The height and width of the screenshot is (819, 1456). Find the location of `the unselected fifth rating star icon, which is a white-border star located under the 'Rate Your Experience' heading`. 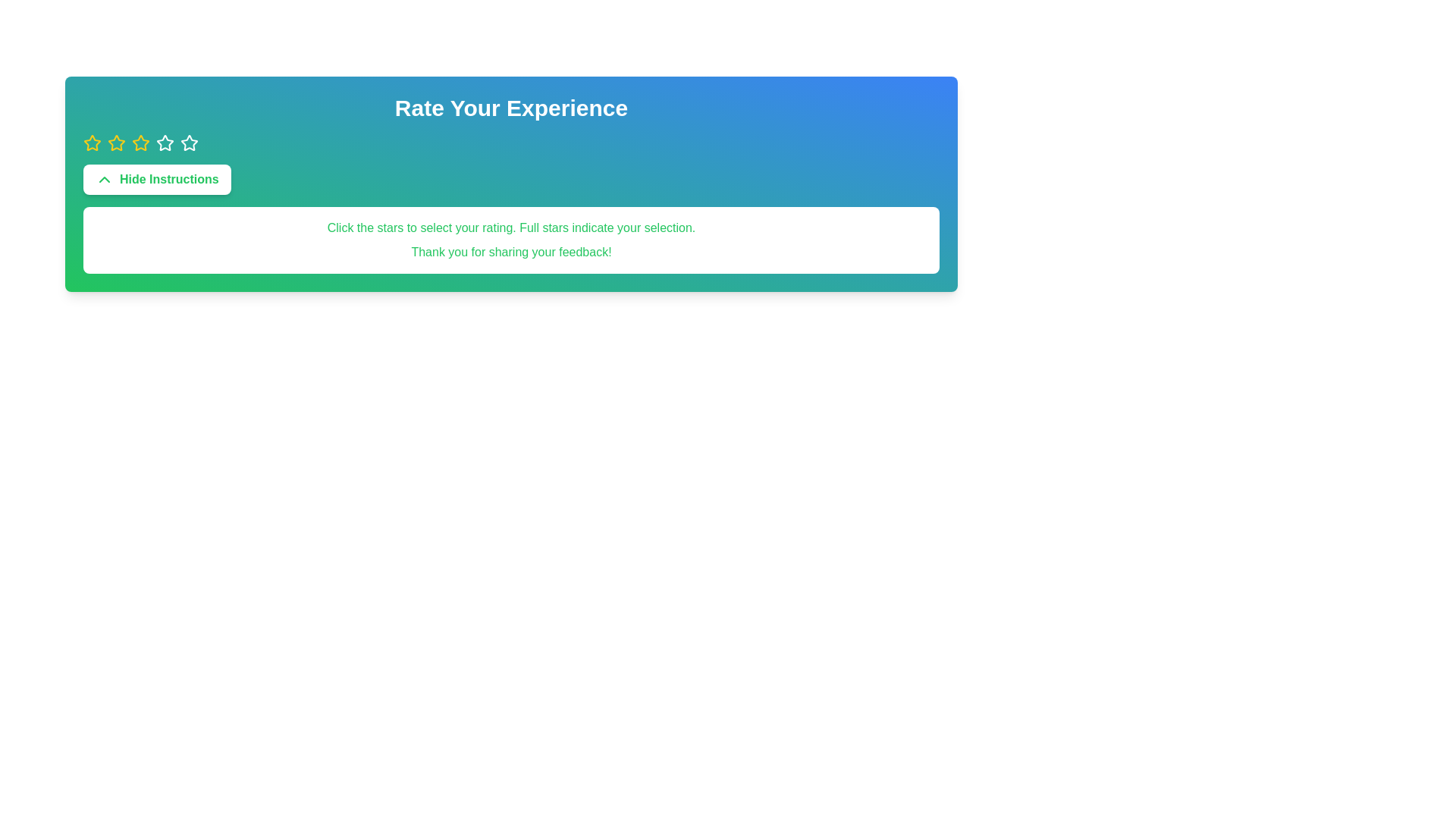

the unselected fifth rating star icon, which is a white-border star located under the 'Rate Your Experience' heading is located at coordinates (188, 143).